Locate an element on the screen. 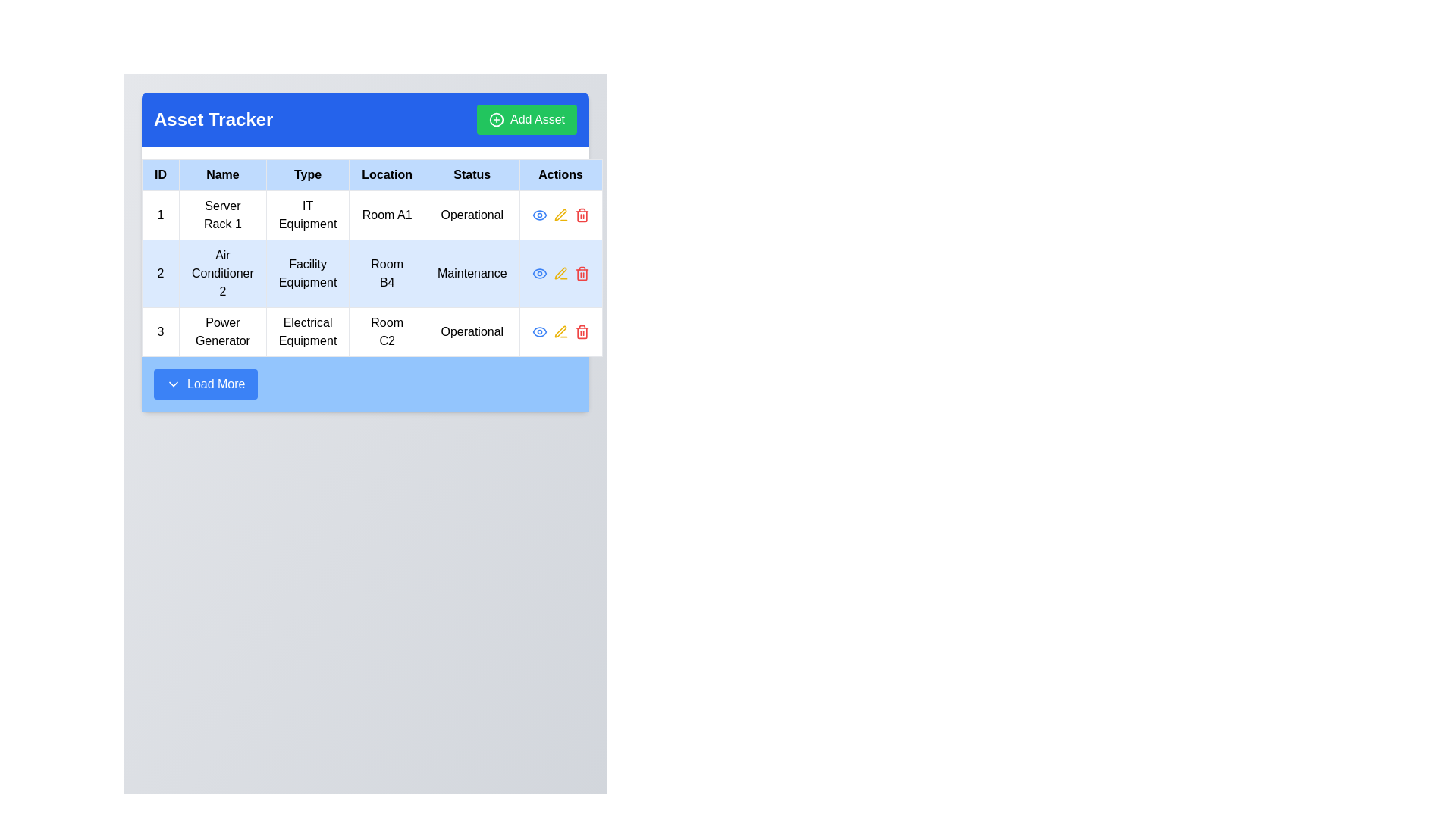 The height and width of the screenshot is (819, 1456). the 'ID' header label in the first column of the table, which serves as a unique identifier for items displayed in the table is located at coordinates (160, 174).